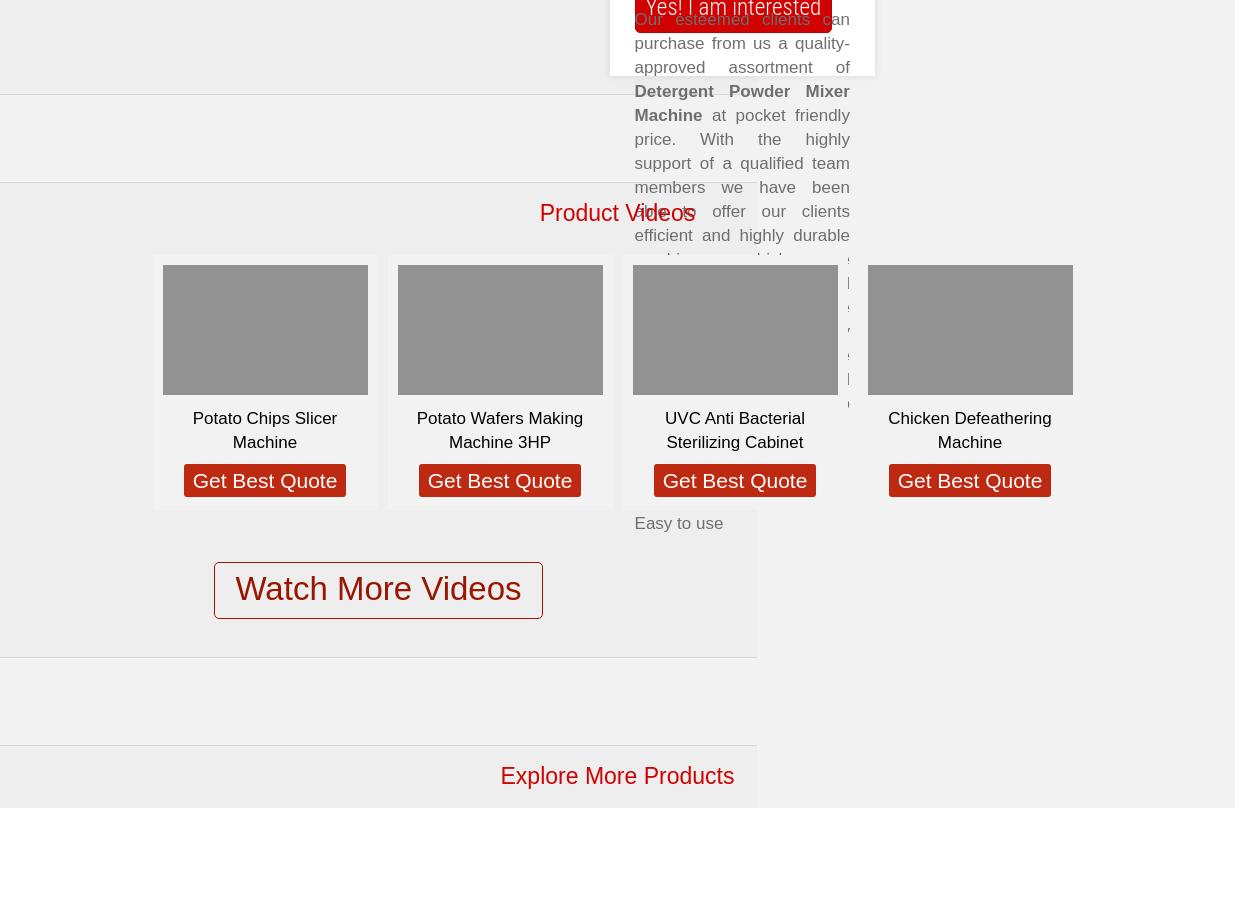  What do you see at coordinates (678, 523) in the screenshot?
I see `'Easy to use'` at bounding box center [678, 523].